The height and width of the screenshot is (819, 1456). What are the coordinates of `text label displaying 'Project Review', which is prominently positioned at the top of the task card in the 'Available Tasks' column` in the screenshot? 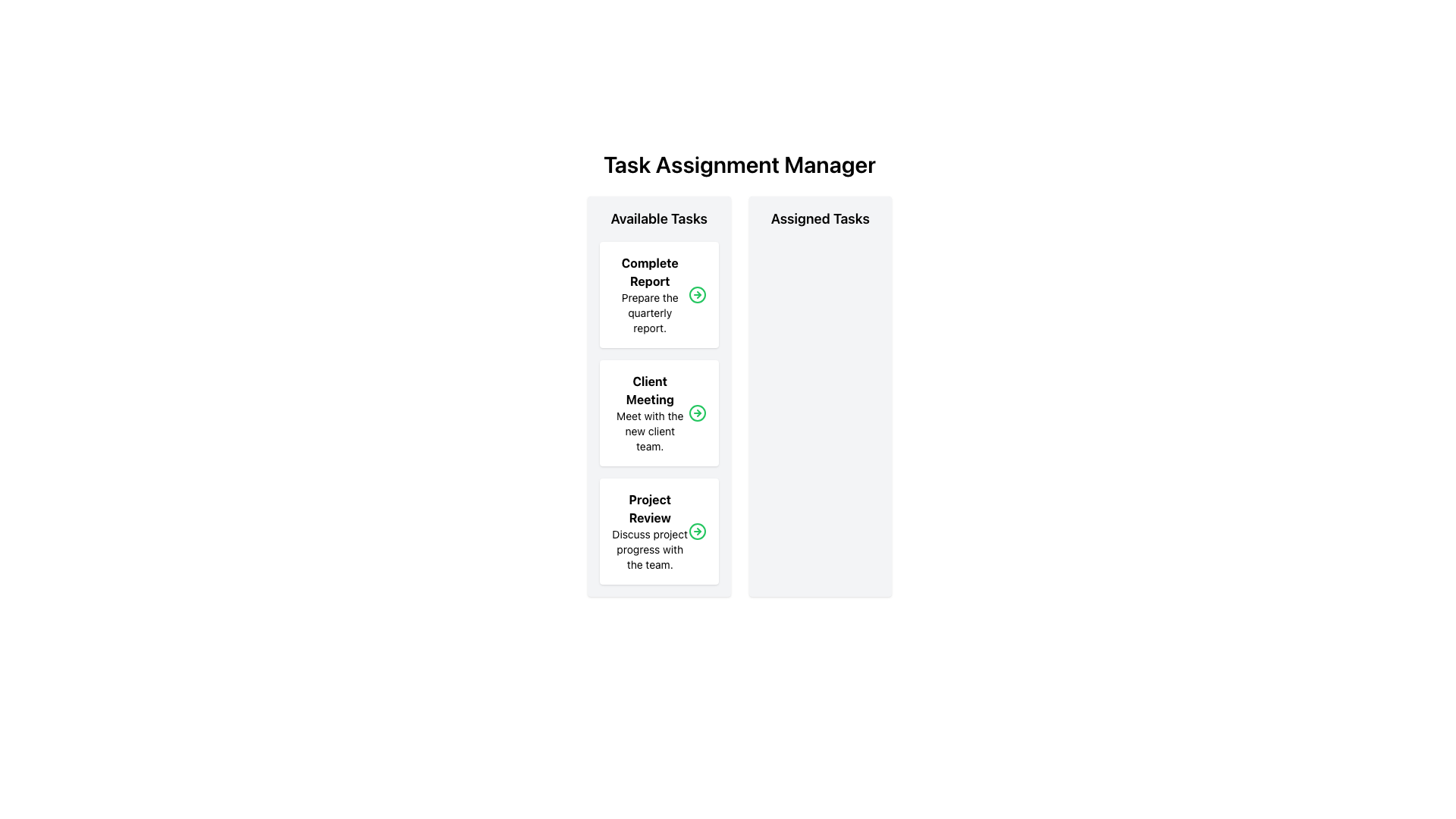 It's located at (650, 509).